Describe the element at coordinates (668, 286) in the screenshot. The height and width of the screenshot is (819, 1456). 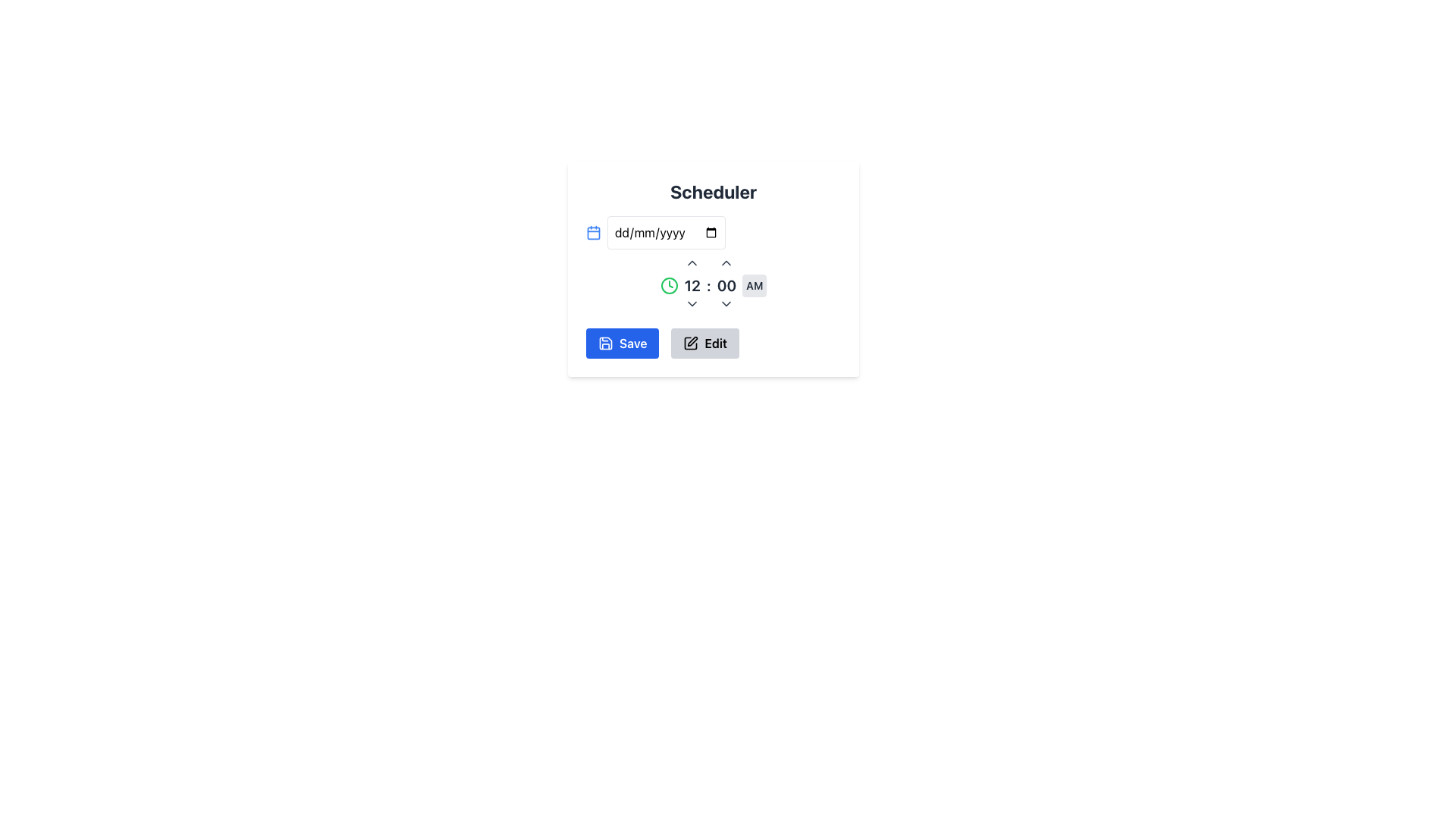
I see `the clock icon located to the left of the time display ('12:00') in the time-setting section` at that location.